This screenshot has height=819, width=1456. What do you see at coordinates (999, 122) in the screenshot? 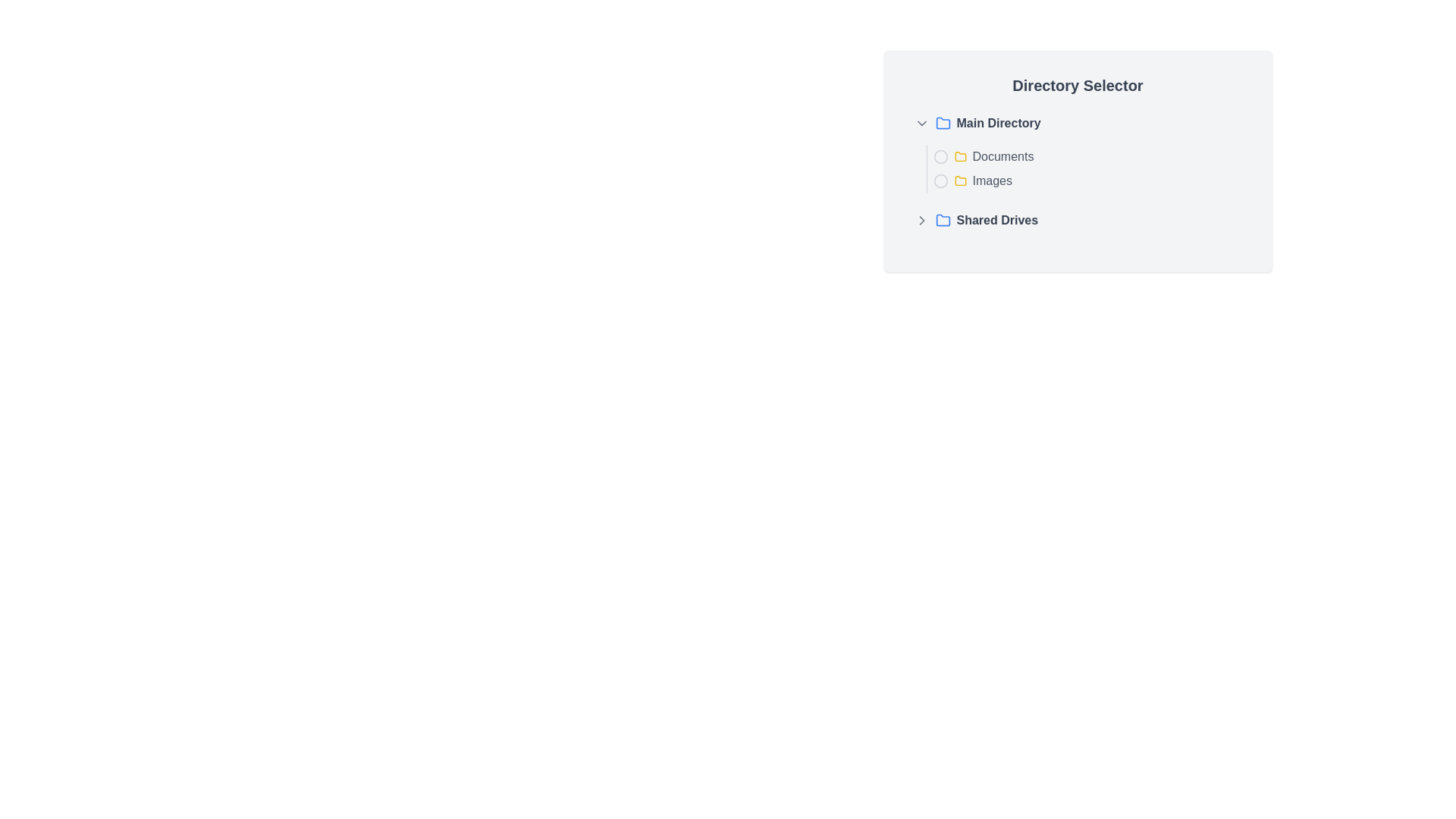
I see `text of the topmost directory option label in the 'Directory Selector' list, which is positioned to the right of a blue folder icon` at bounding box center [999, 122].